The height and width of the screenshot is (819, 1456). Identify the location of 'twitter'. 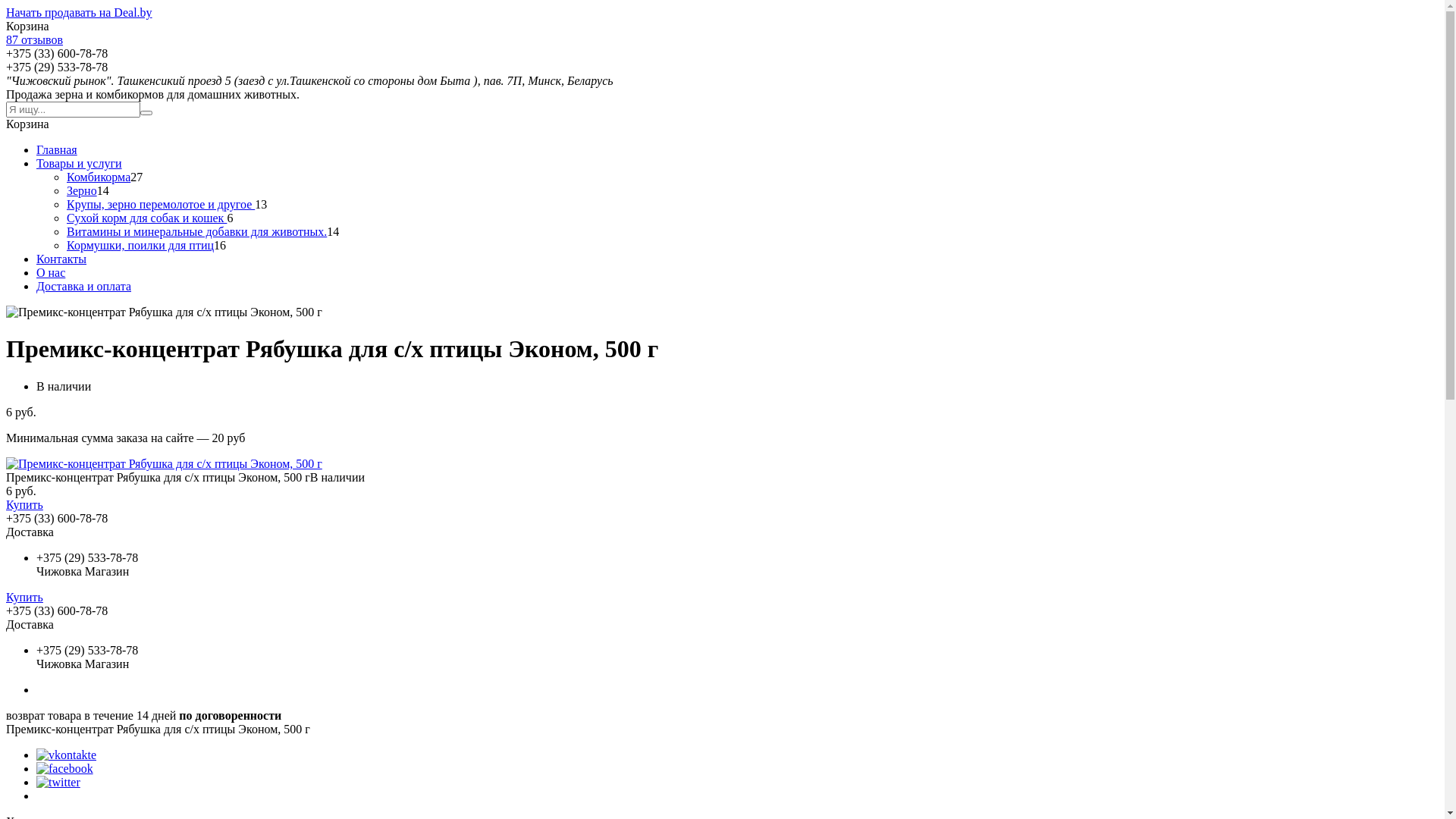
(58, 782).